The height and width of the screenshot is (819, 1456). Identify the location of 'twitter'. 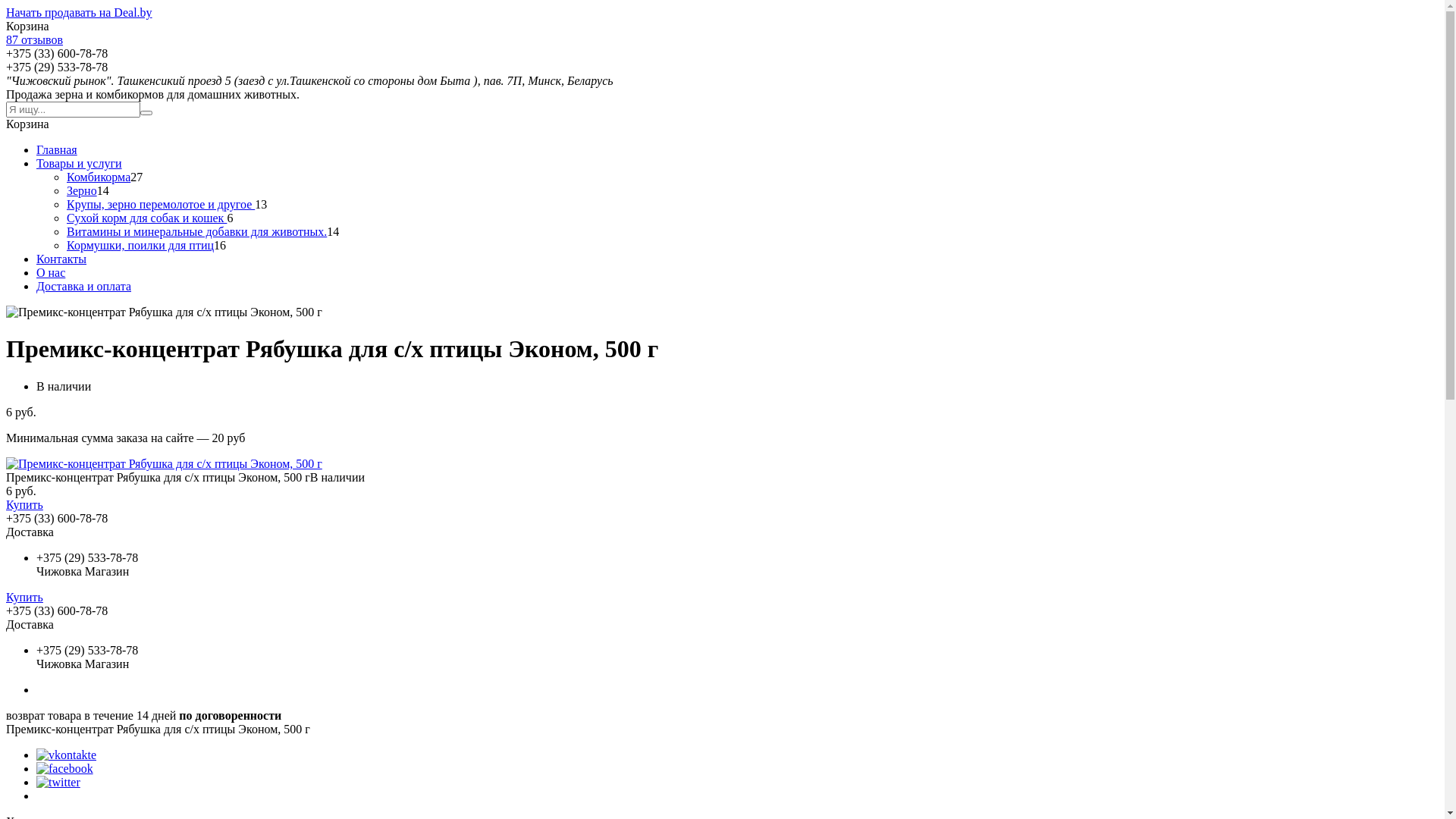
(58, 782).